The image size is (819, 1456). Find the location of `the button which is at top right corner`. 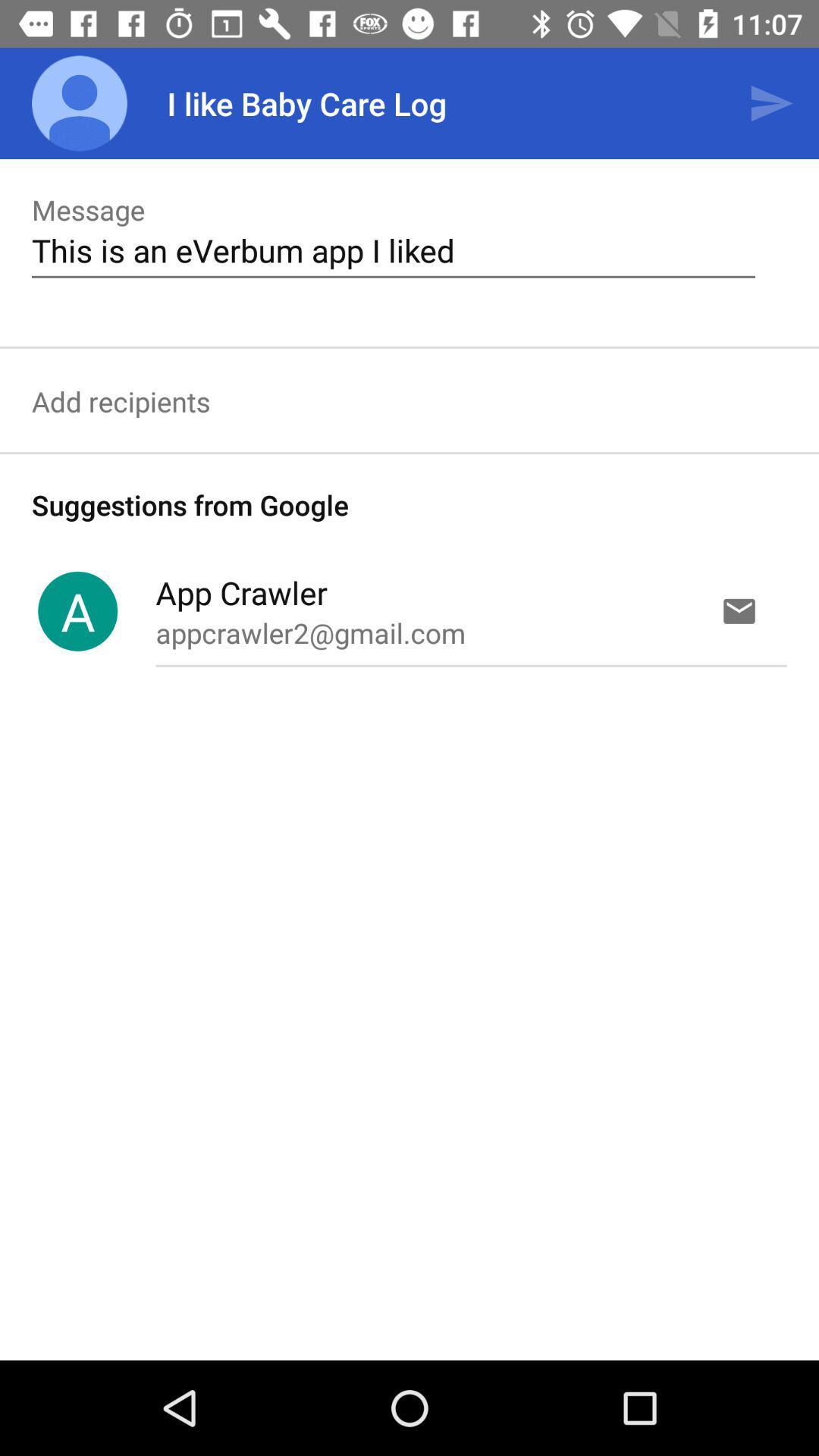

the button which is at top right corner is located at coordinates (771, 103).